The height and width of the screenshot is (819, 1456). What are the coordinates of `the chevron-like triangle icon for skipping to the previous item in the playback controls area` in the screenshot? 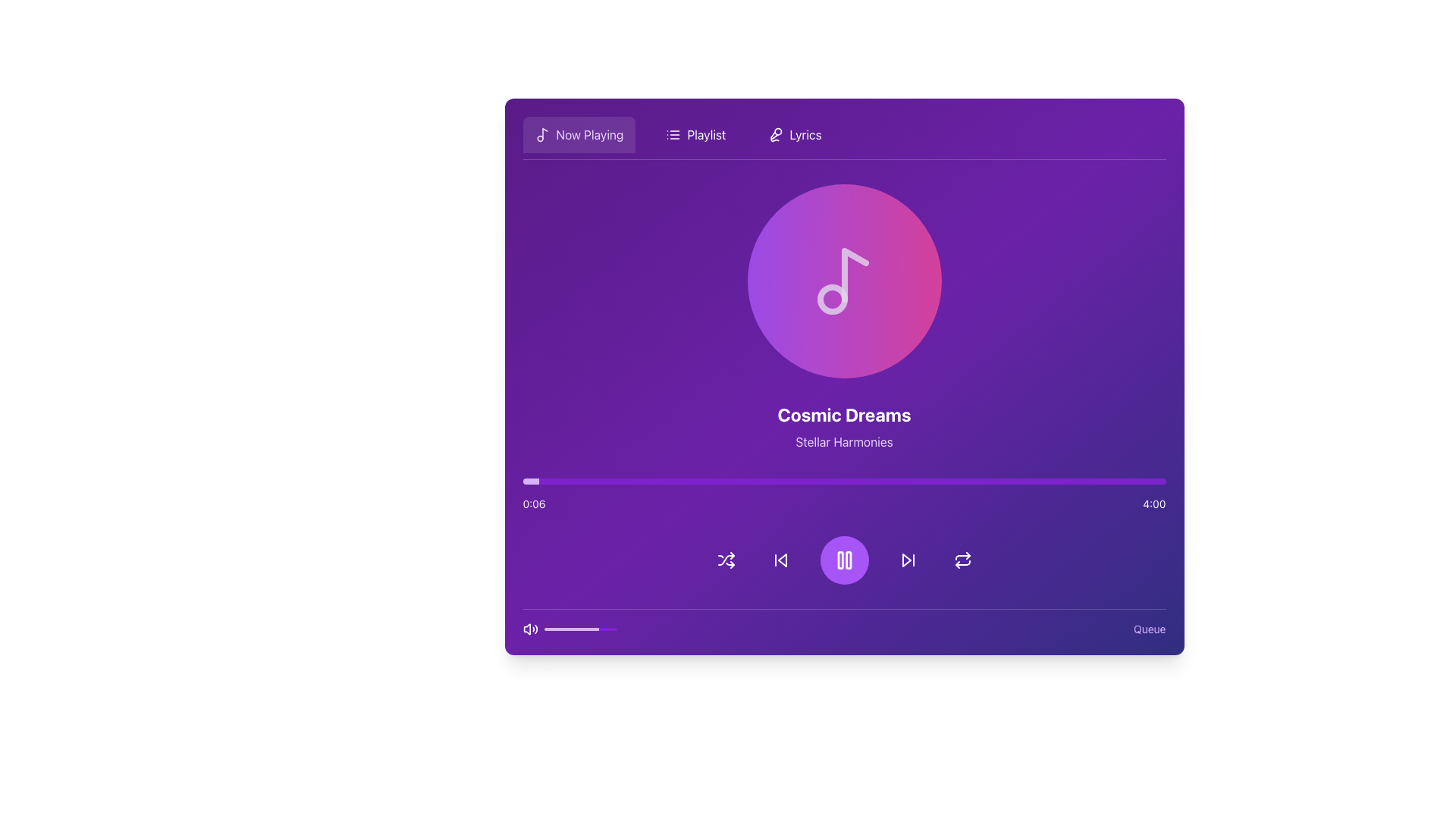 It's located at (782, 560).